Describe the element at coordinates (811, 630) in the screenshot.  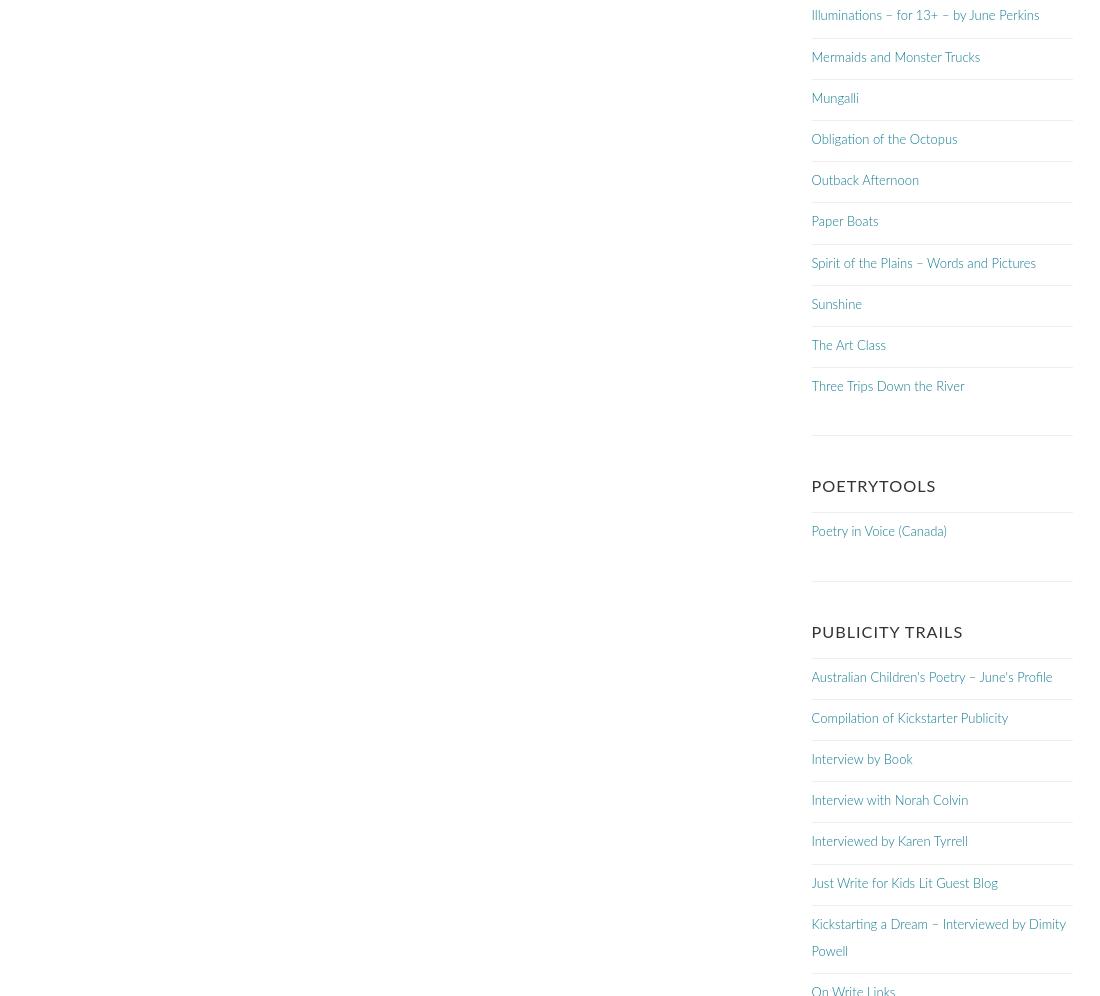
I see `'Publicity Trails'` at that location.